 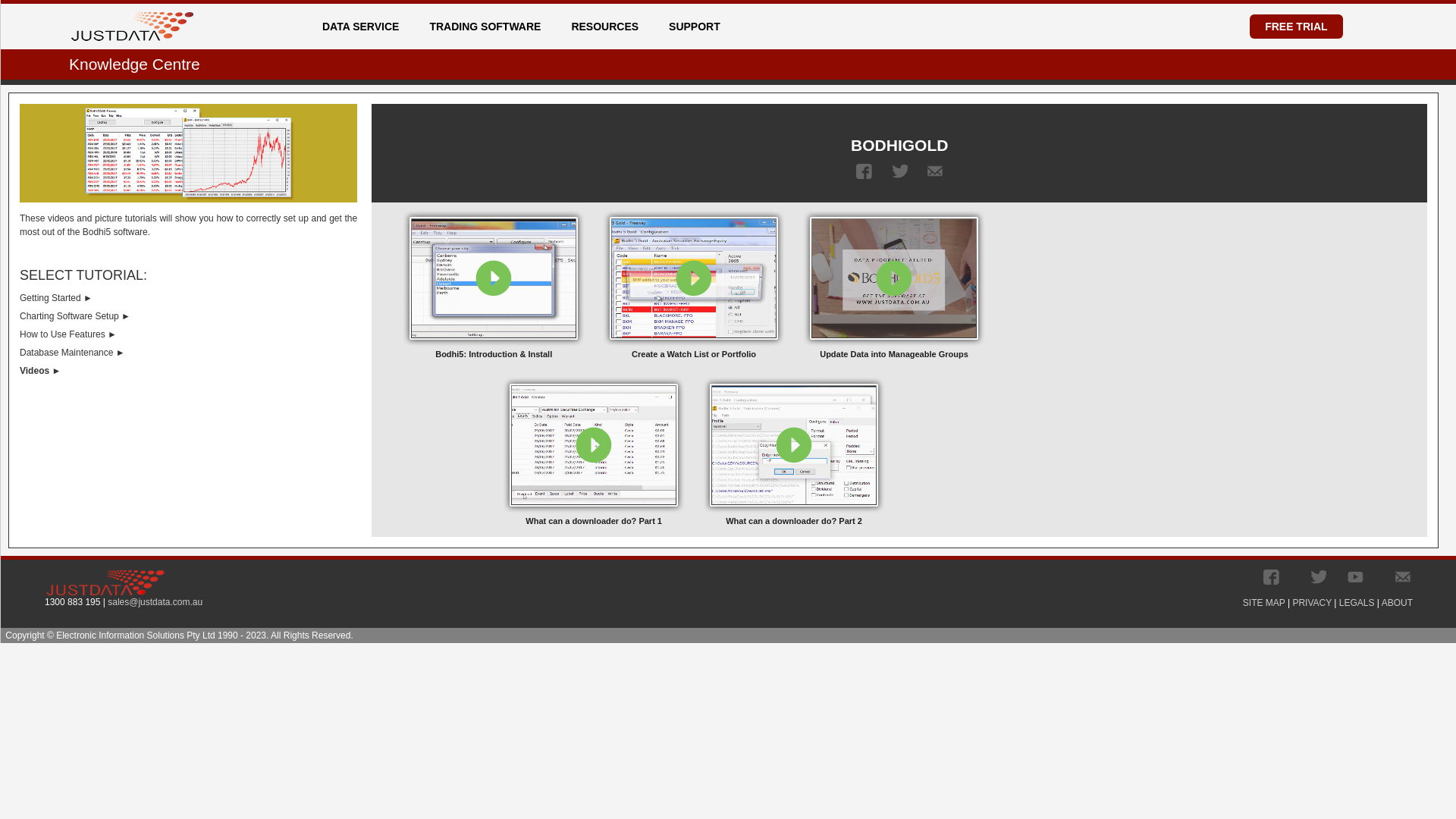 I want to click on 'FREE TRIAL', so click(x=1294, y=26).